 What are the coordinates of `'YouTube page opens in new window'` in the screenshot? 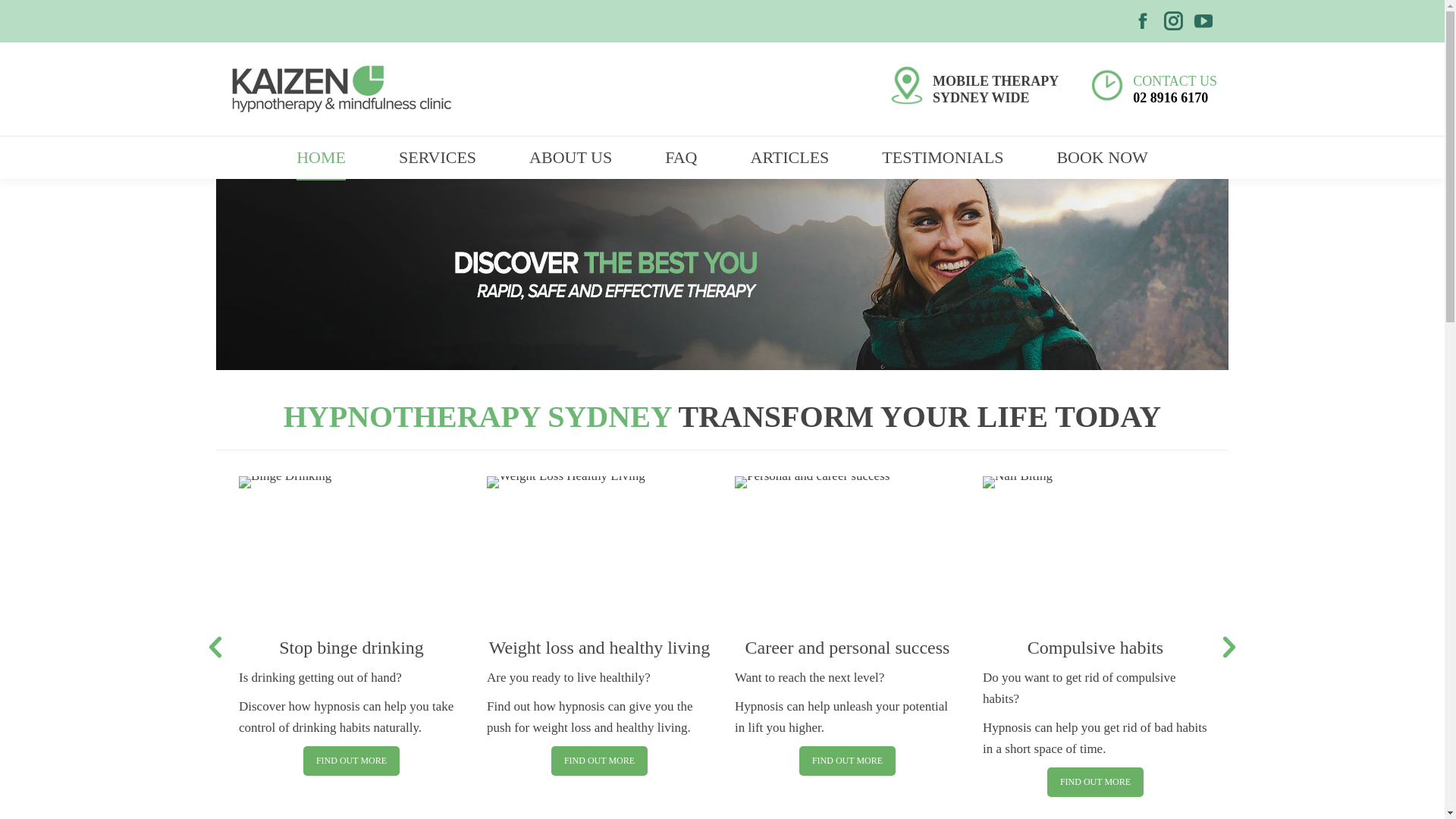 It's located at (1203, 20).